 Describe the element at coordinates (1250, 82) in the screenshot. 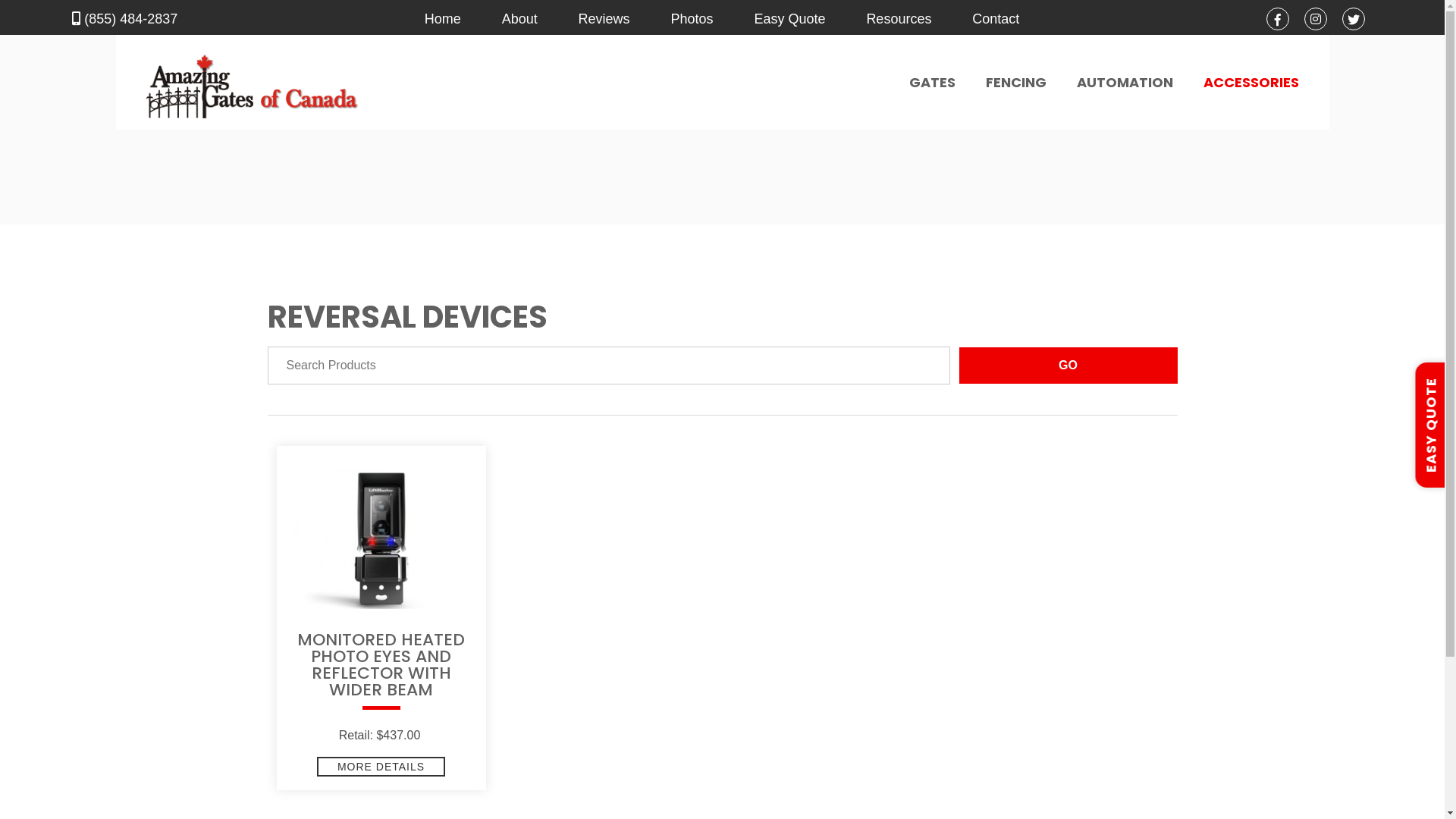

I see `'ACCESSORIES'` at that location.